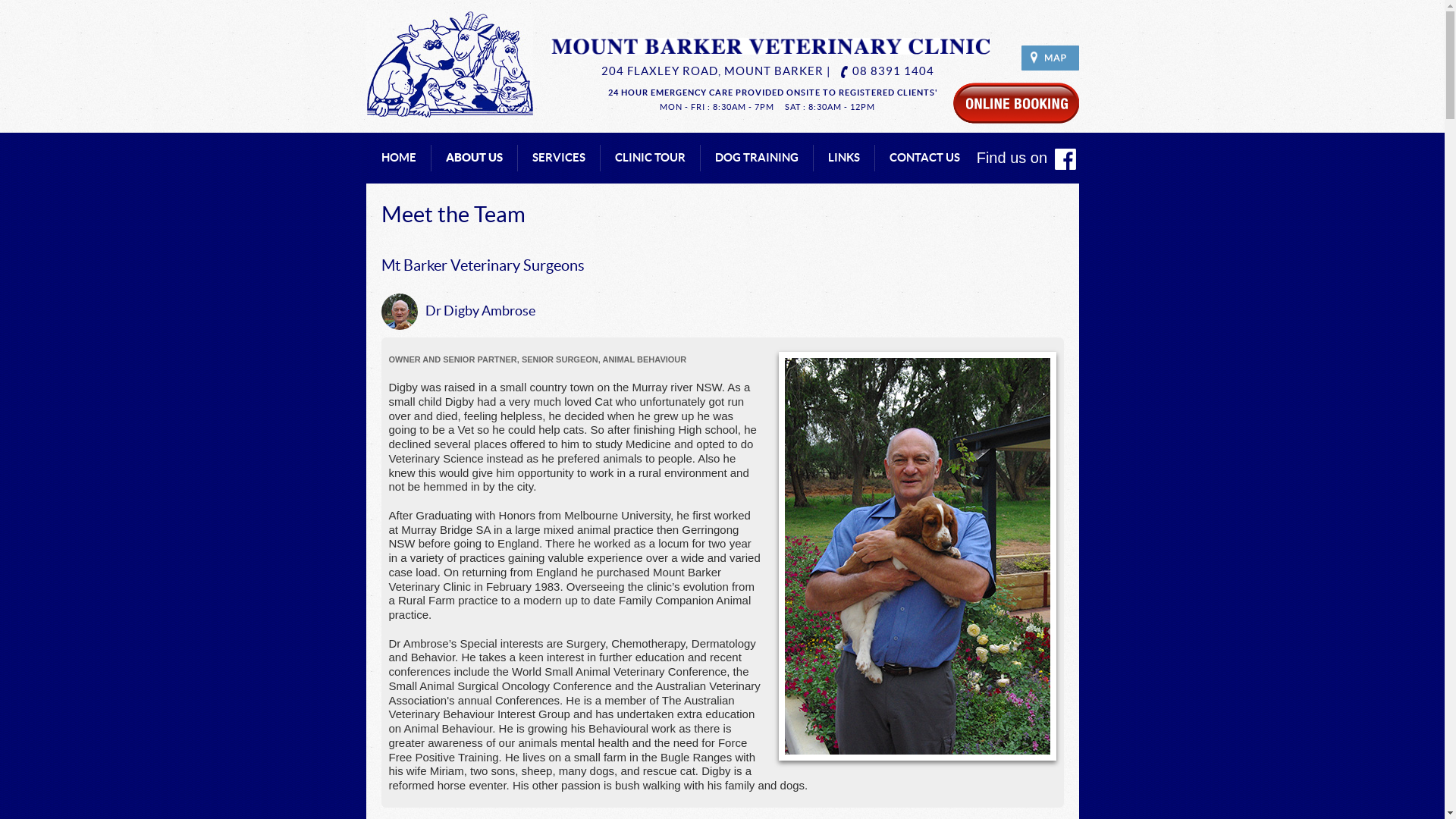 This screenshot has width=1456, height=819. I want to click on 'HOME', so click(397, 158).